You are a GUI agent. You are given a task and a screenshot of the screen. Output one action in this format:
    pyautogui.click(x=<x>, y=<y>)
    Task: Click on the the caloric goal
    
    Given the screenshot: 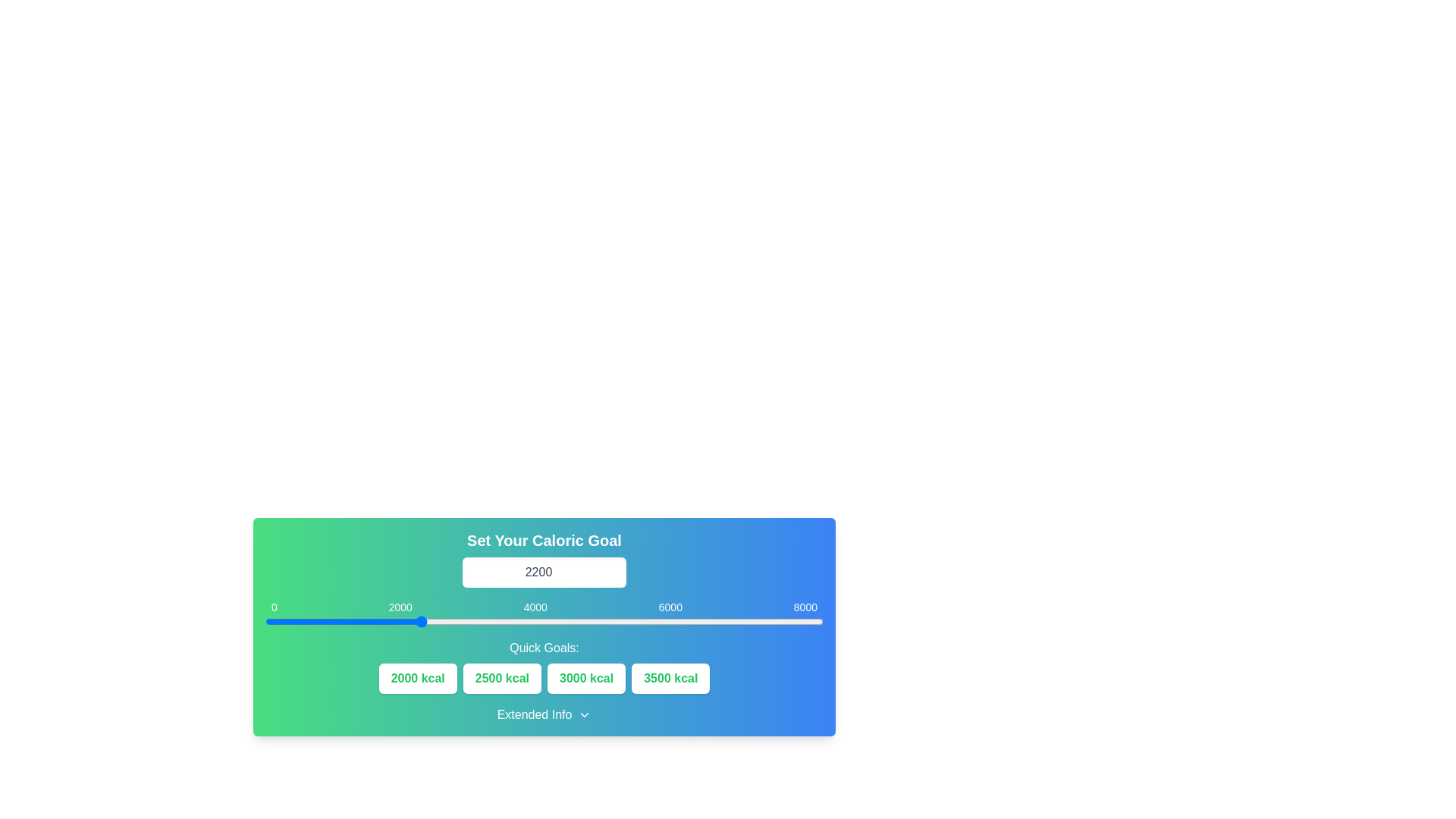 What is the action you would take?
    pyautogui.click(x=340, y=622)
    